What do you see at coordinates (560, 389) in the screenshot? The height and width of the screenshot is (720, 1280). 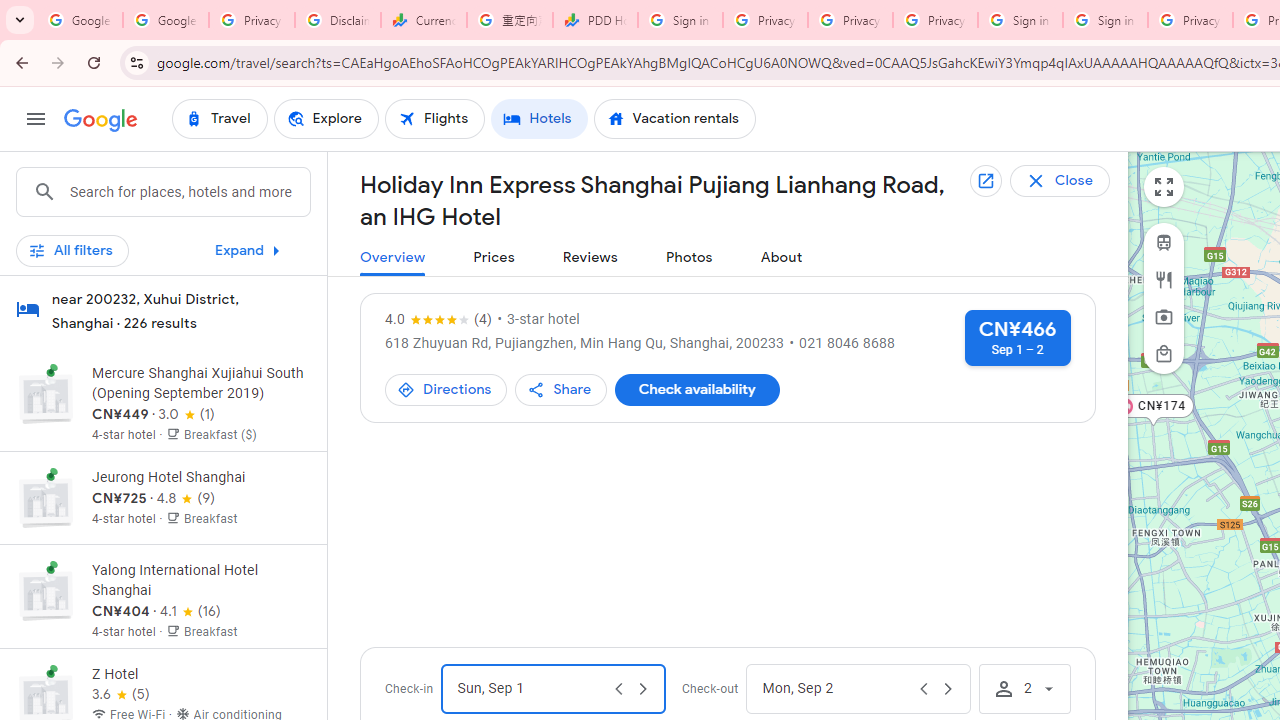 I see `'Share'` at bounding box center [560, 389].